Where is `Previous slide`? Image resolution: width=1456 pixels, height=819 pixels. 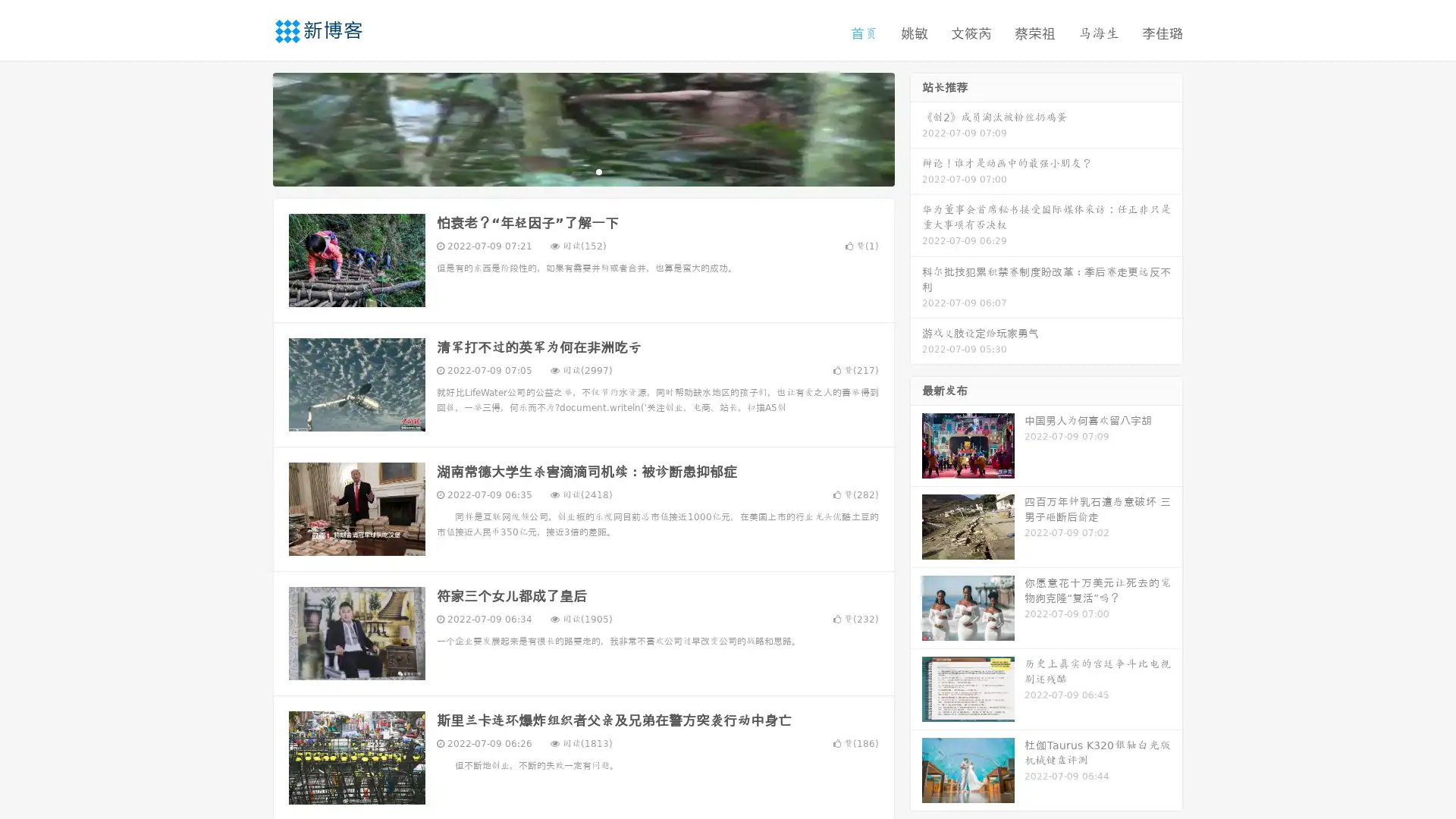
Previous slide is located at coordinates (250, 127).